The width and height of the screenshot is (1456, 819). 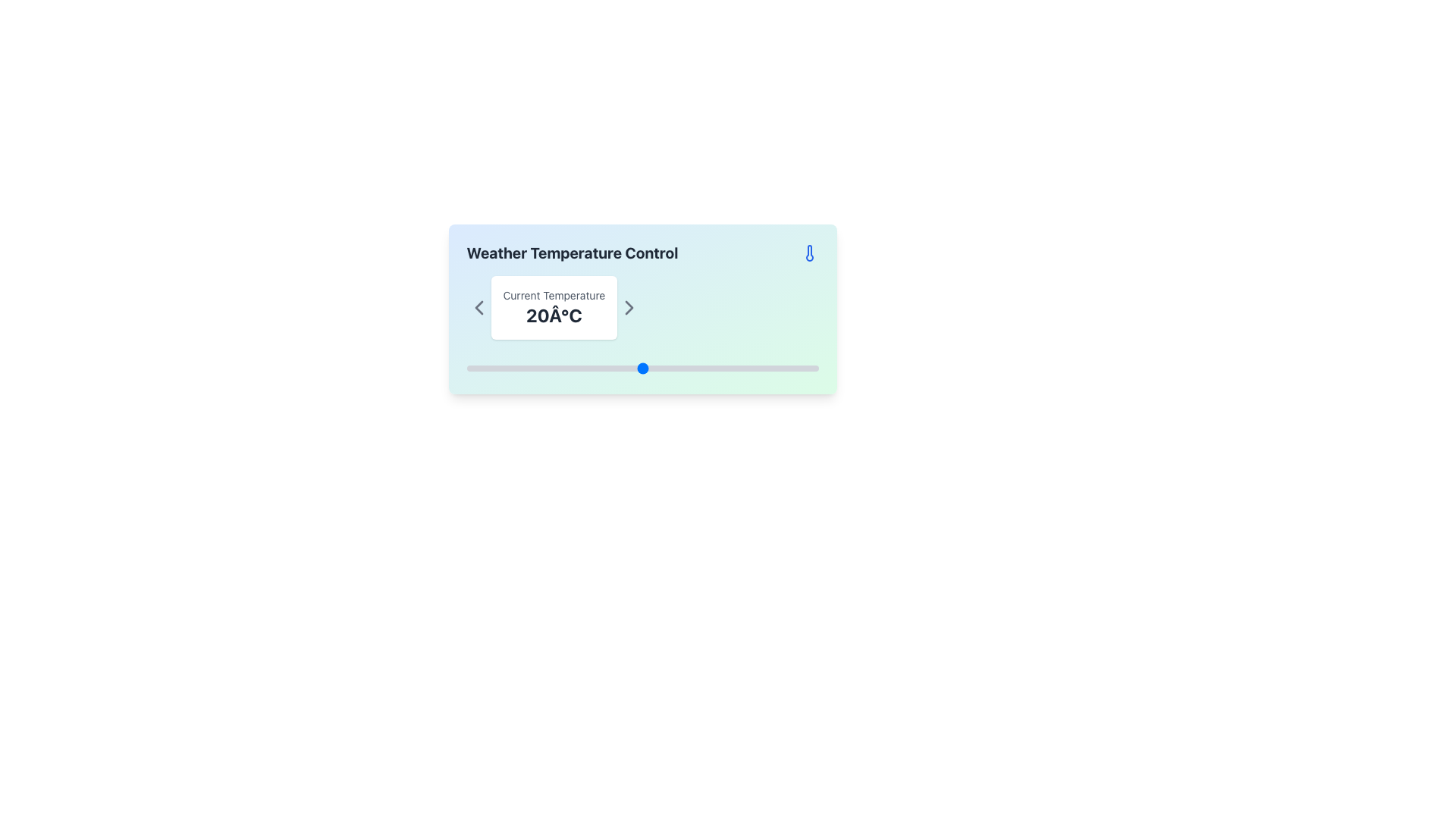 What do you see at coordinates (553, 295) in the screenshot?
I see `the text label displaying 'Current Temperature', which is gray and positioned above the temperature value '20°C'` at bounding box center [553, 295].